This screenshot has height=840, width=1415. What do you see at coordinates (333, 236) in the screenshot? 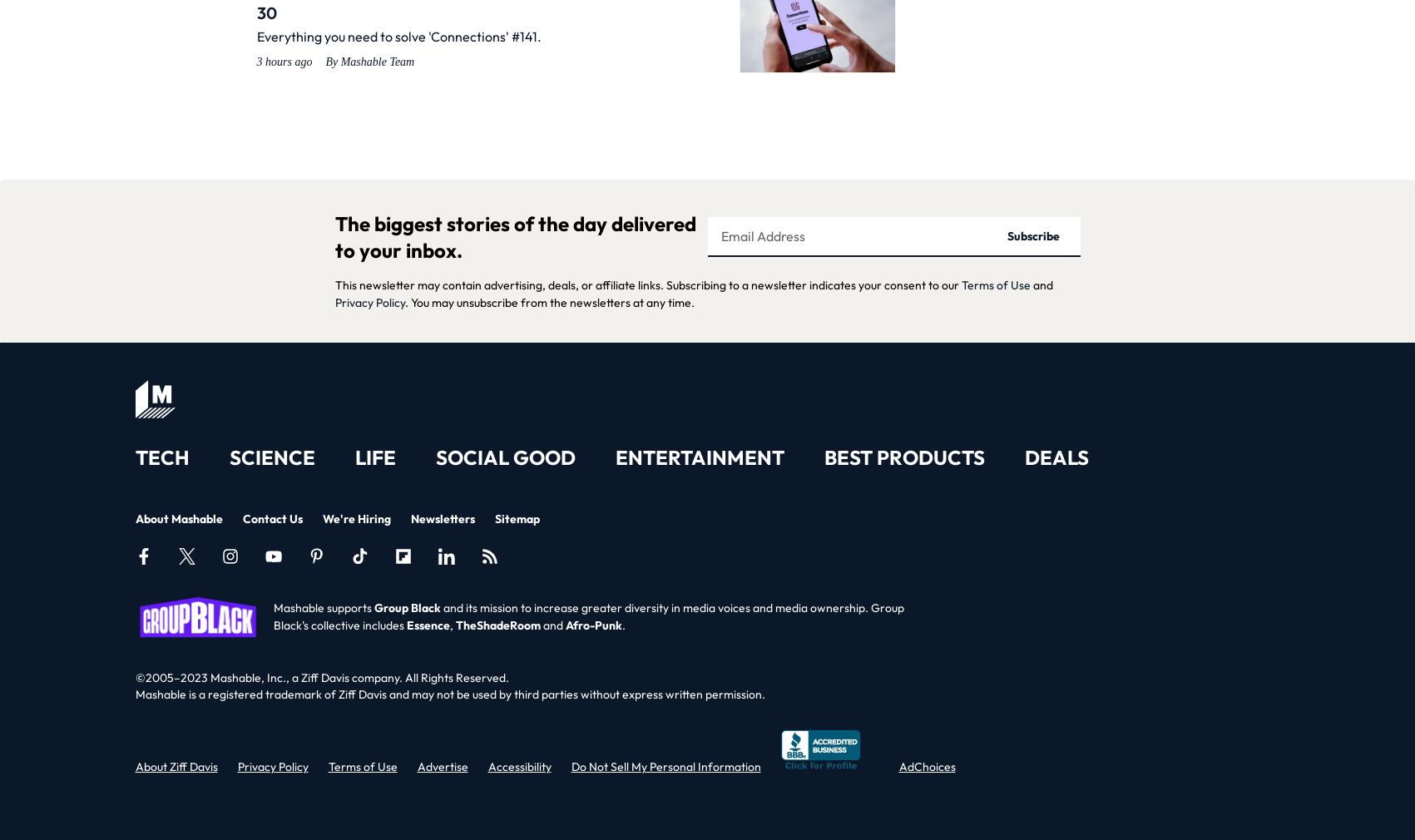
I see `'The biggest stories of the day delivered to your inbox.'` at bounding box center [333, 236].